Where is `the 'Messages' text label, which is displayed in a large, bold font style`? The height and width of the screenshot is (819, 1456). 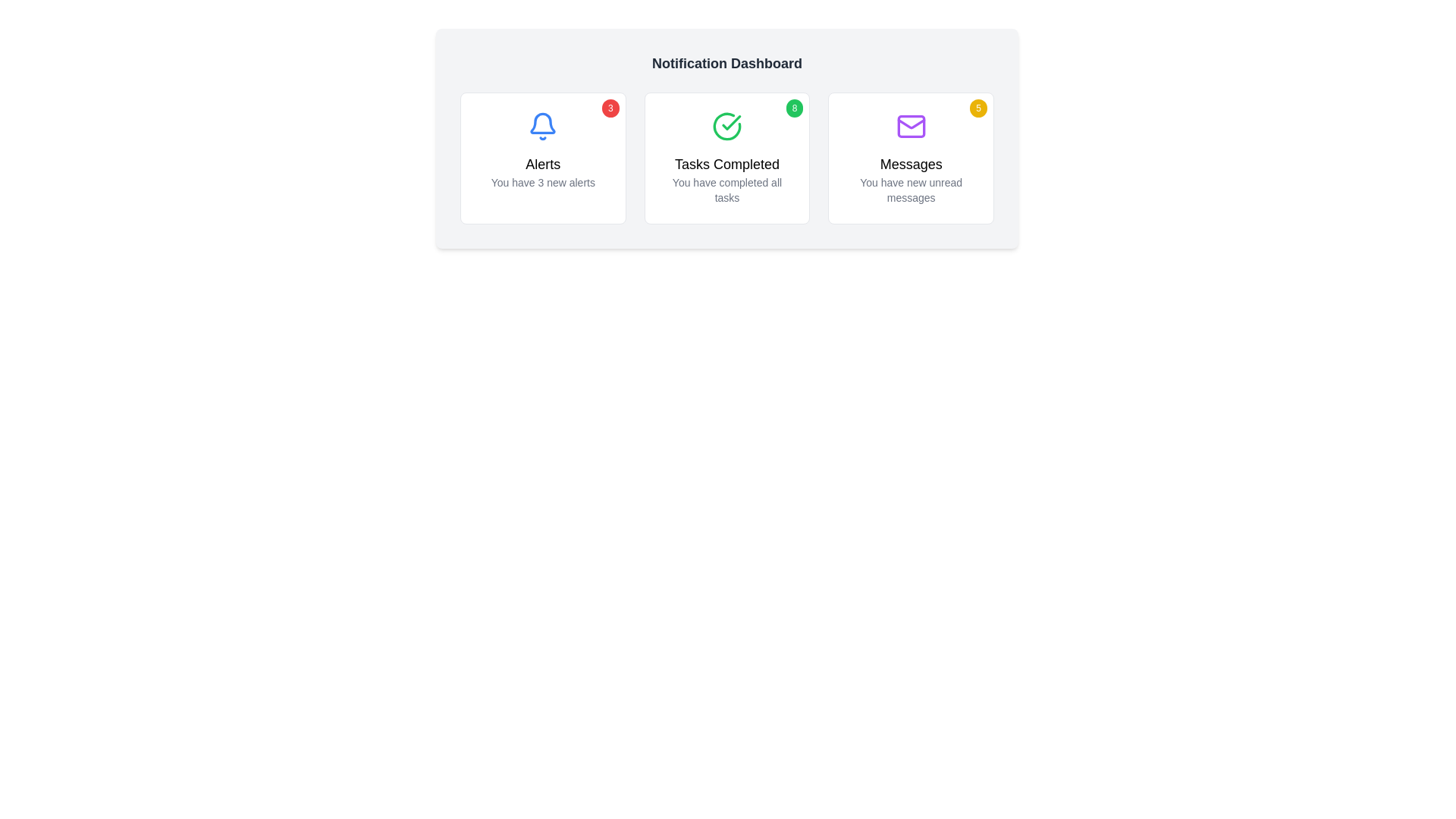 the 'Messages' text label, which is displayed in a large, bold font style is located at coordinates (910, 164).